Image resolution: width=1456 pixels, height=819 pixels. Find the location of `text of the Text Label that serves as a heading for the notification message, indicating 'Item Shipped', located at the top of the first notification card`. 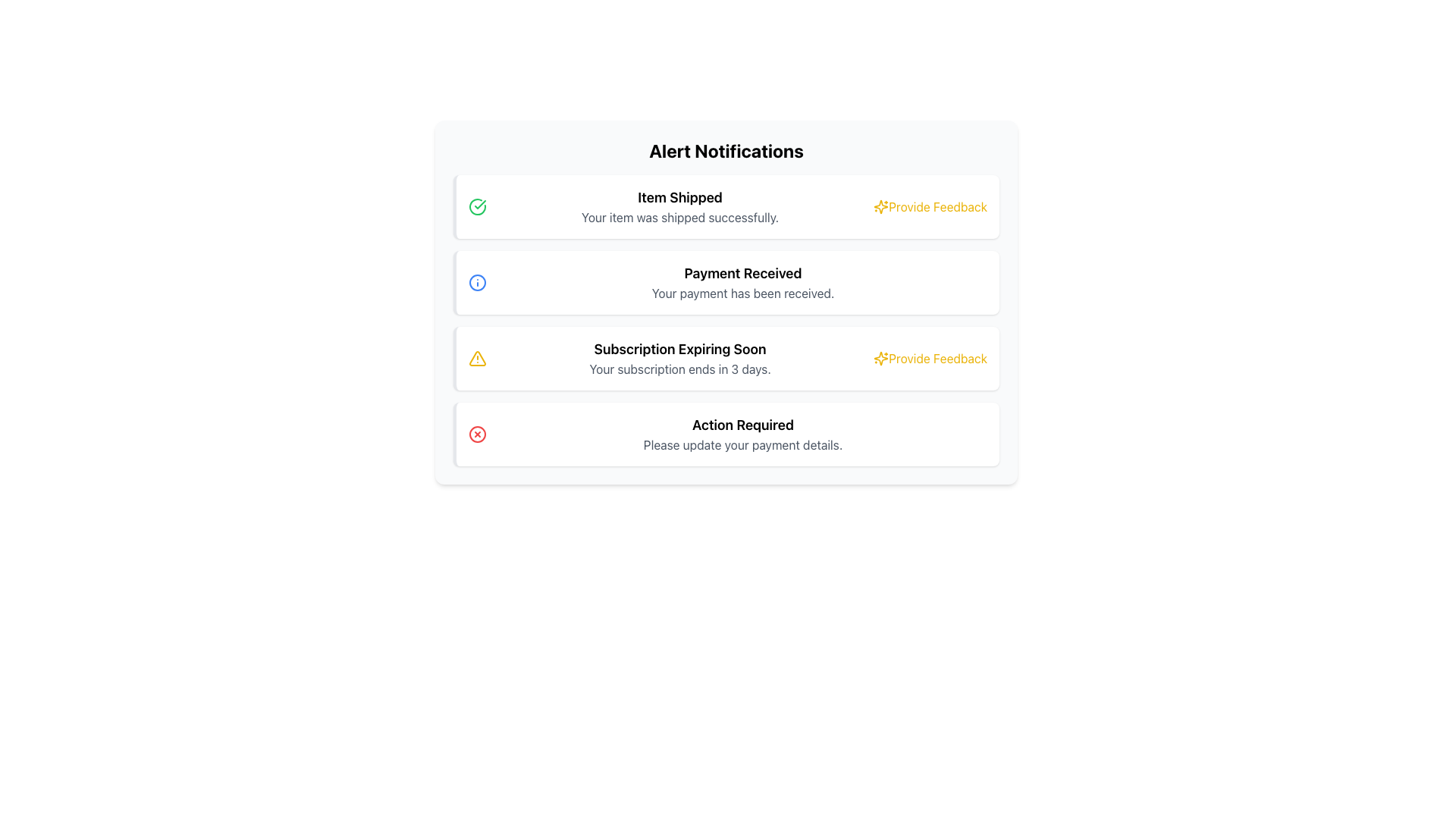

text of the Text Label that serves as a heading for the notification message, indicating 'Item Shipped', located at the top of the first notification card is located at coordinates (679, 197).